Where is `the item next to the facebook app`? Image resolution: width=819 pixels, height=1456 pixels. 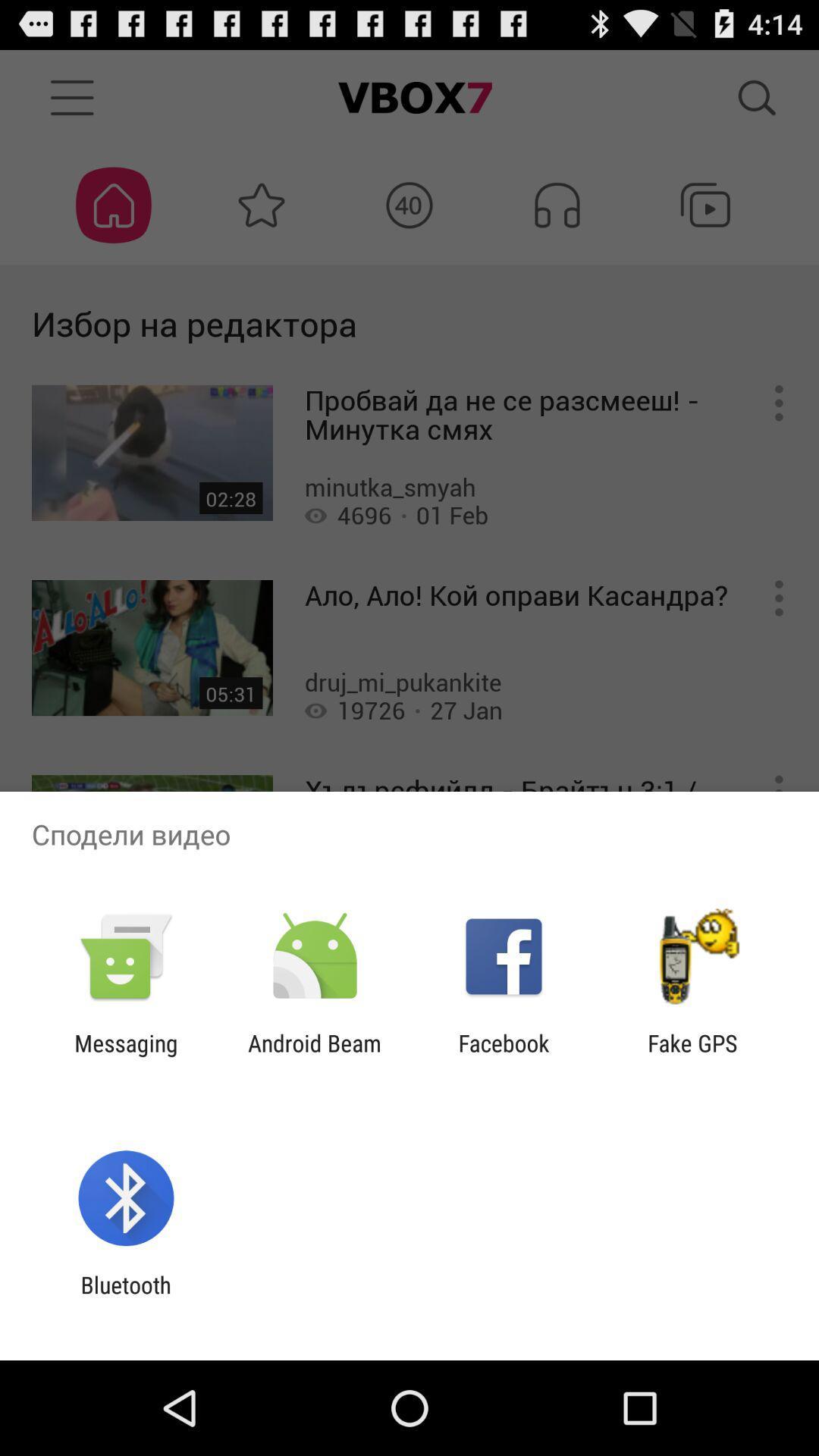 the item next to the facebook app is located at coordinates (692, 1056).